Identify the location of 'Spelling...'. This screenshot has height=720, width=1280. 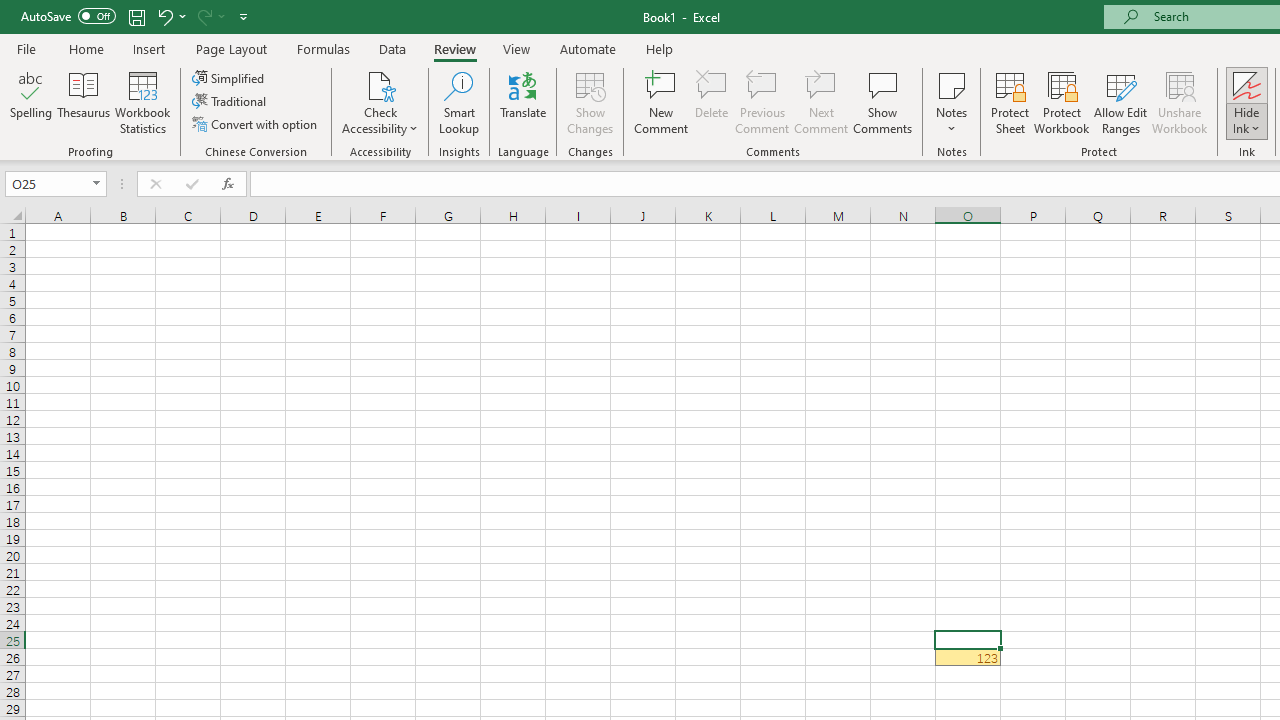
(31, 103).